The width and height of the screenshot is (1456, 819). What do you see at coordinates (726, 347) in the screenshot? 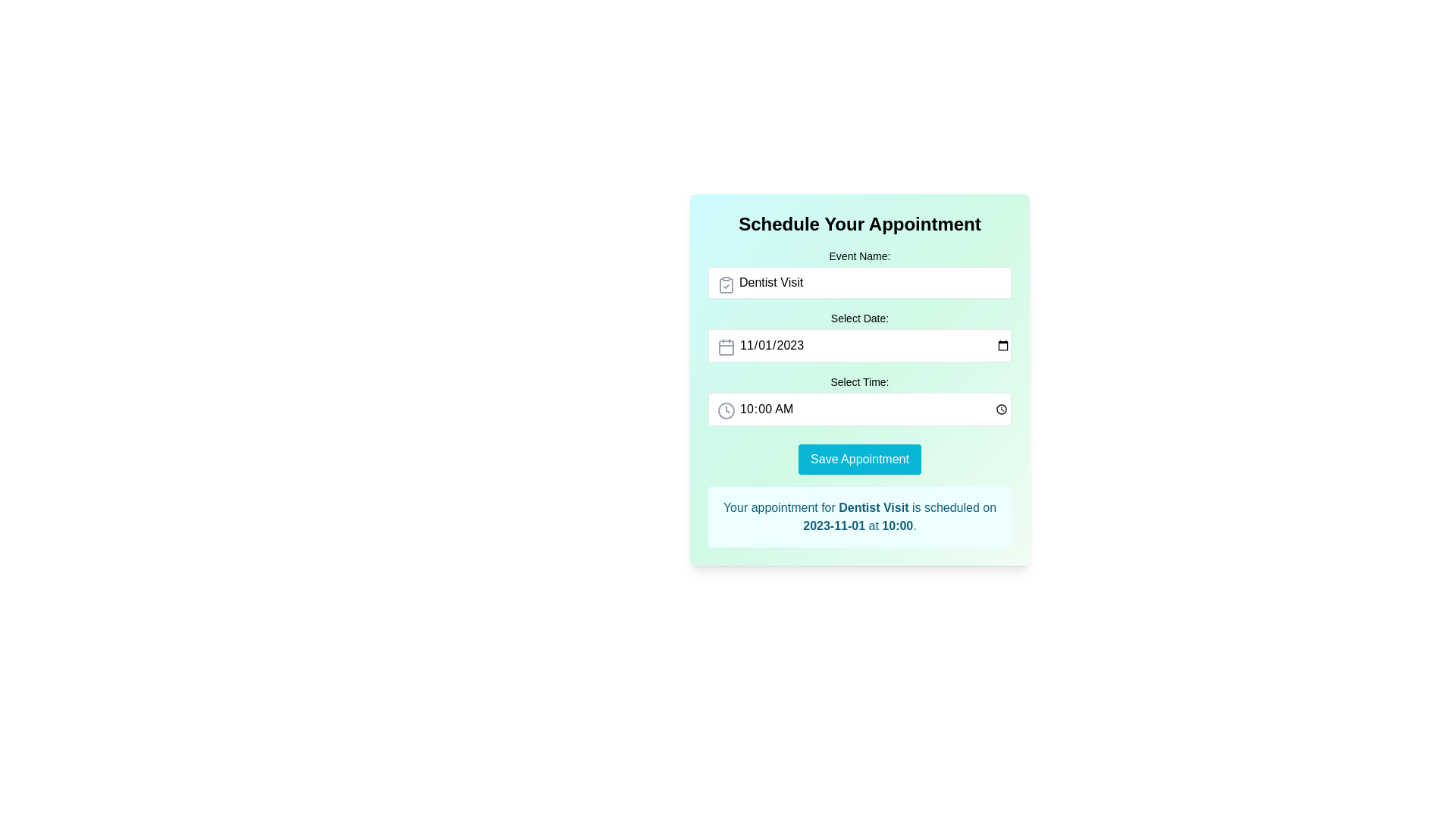
I see `the date selection icon located to the left of the date input field` at bounding box center [726, 347].